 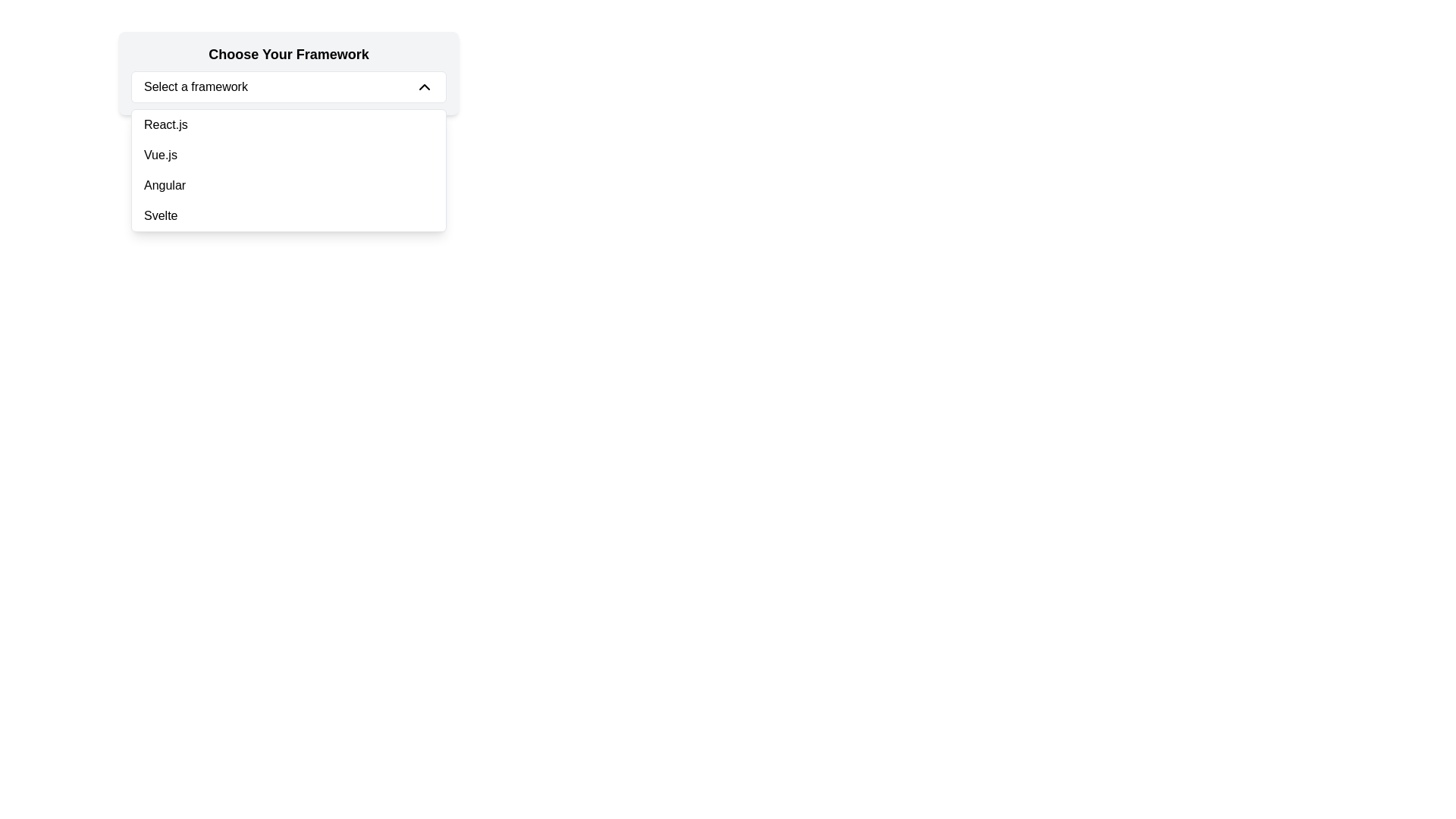 What do you see at coordinates (288, 155) in the screenshot?
I see `the 'Vue.js' option in the dropdown menu, which is the second item below 'React.js' and above 'Angular'` at bounding box center [288, 155].